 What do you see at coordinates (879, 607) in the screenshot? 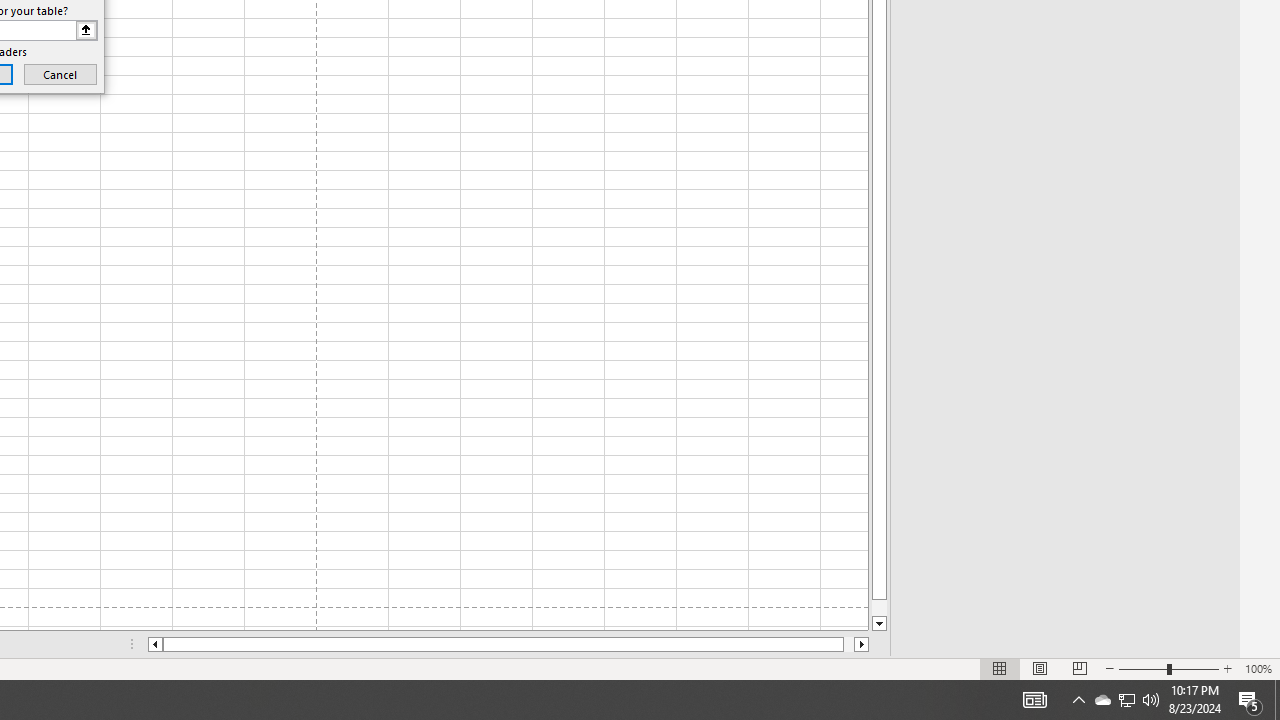
I see `'Page down'` at bounding box center [879, 607].